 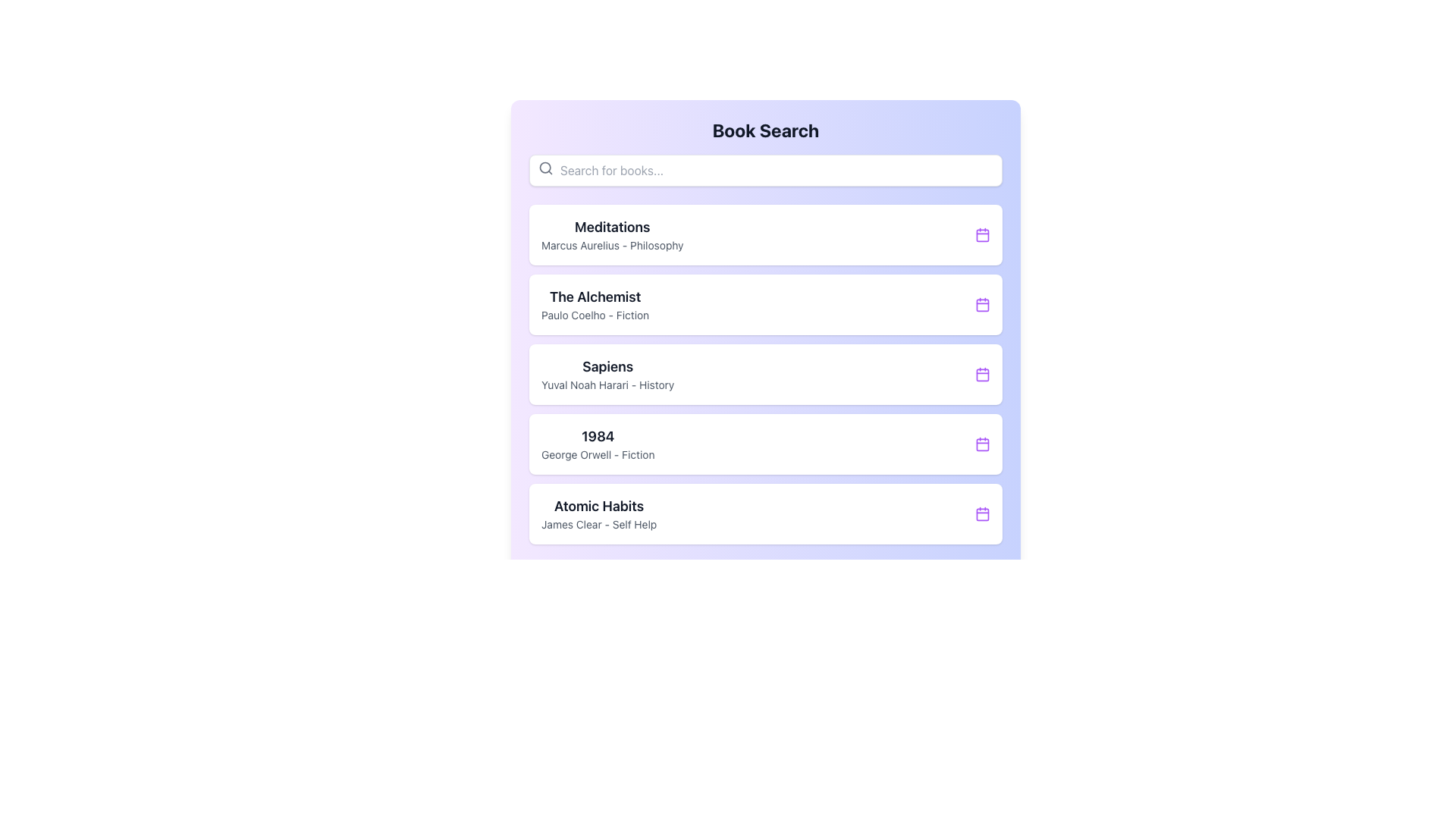 What do you see at coordinates (607, 374) in the screenshot?
I see `the third book entry card displaying the title and metadata (author and genre)` at bounding box center [607, 374].